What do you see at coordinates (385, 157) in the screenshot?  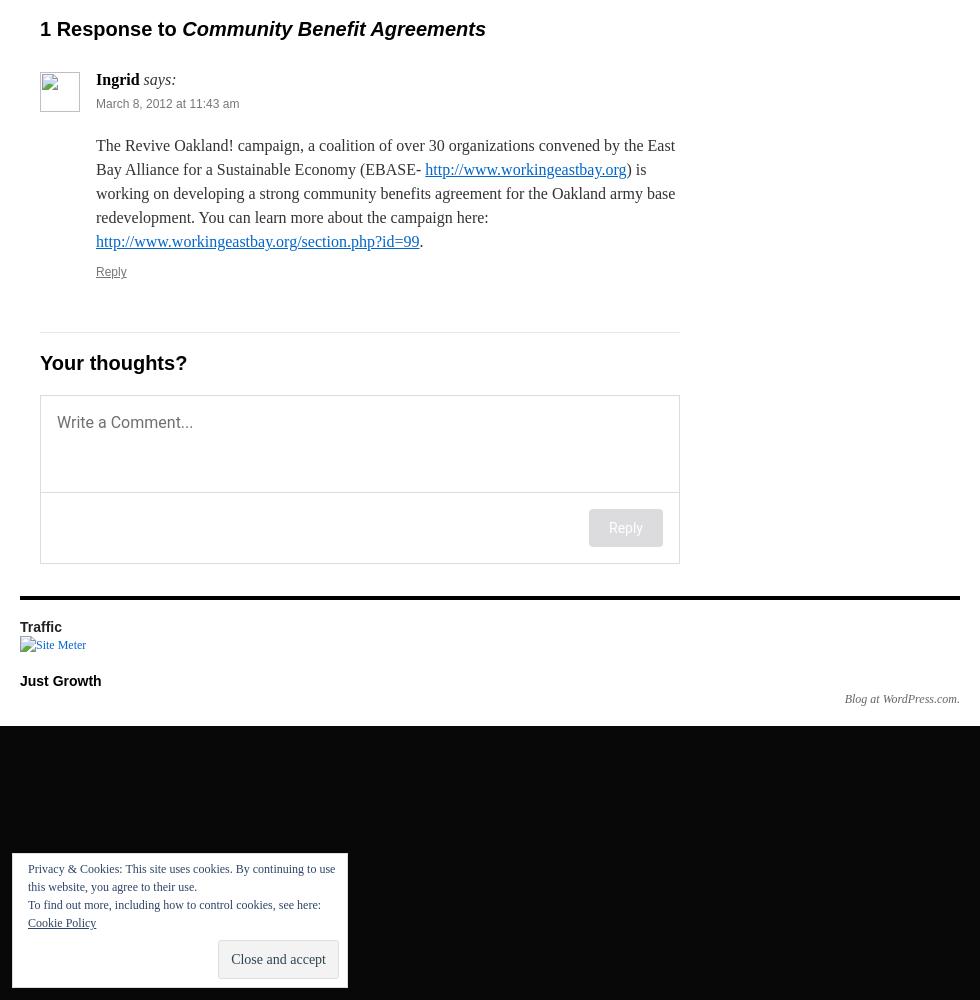 I see `'The Revive Oakland! campaign, a coalition of over 30 organizations convened by the East Bay Alliance for a Sustainable Economy (EBASE-'` at bounding box center [385, 157].